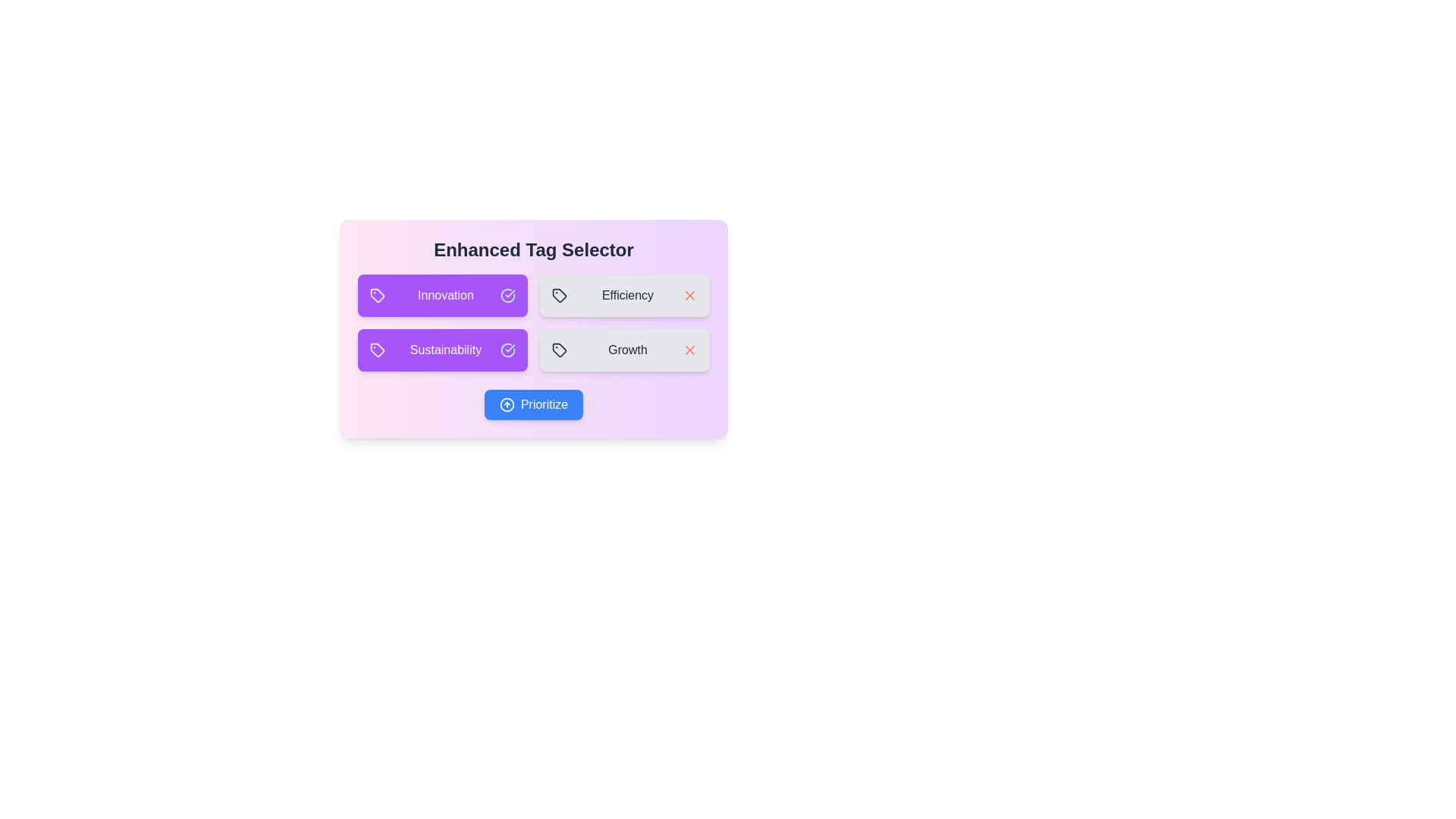 This screenshot has height=819, width=1456. What do you see at coordinates (625, 295) in the screenshot?
I see `the Efficiency to observe its hover effect` at bounding box center [625, 295].